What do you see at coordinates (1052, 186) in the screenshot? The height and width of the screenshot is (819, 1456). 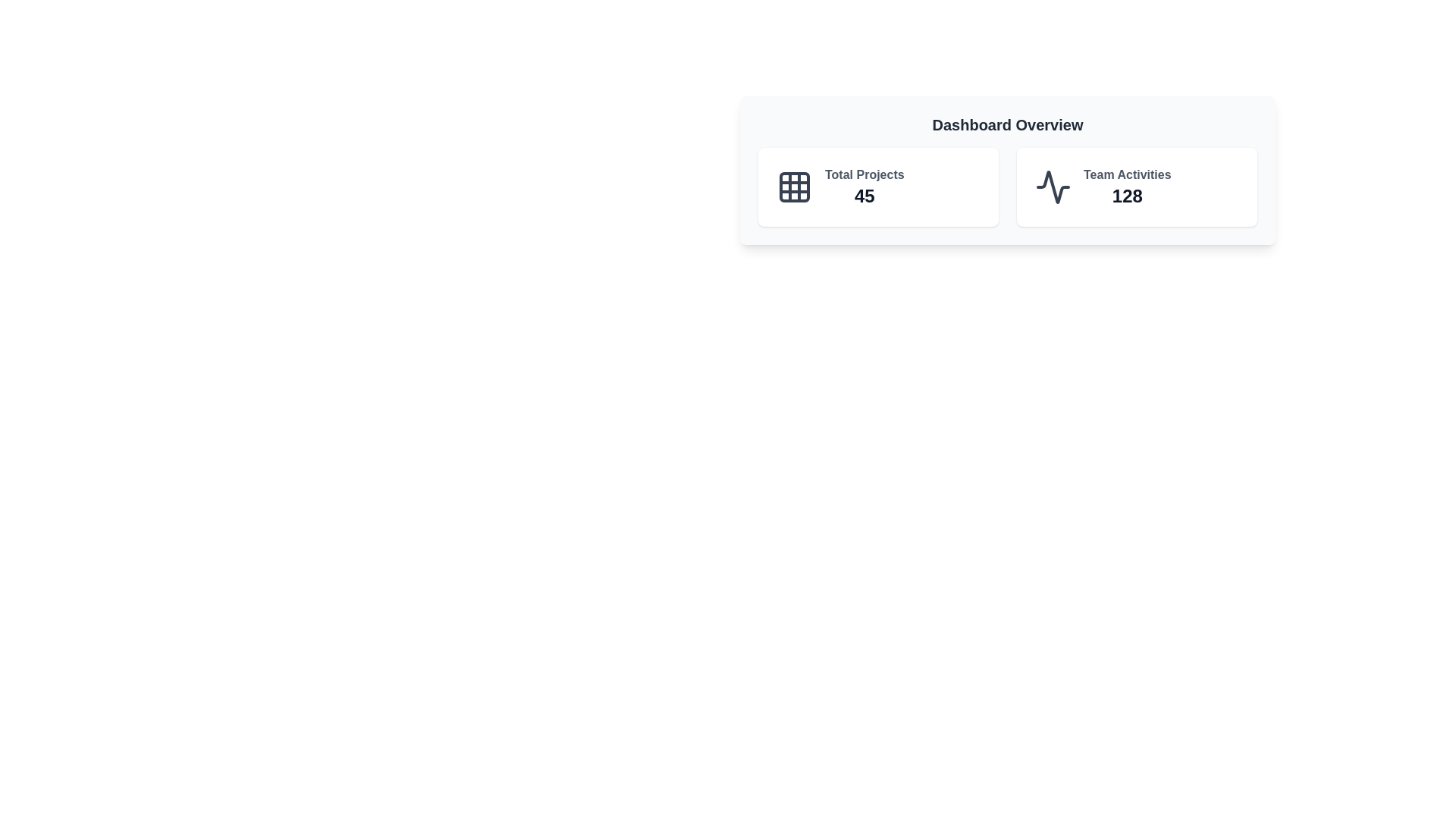 I see `the line graph-like icon representing an activity waveform located at the top-left area of the 'Team Activities' card within the 'Dashboard Overview' section` at bounding box center [1052, 186].